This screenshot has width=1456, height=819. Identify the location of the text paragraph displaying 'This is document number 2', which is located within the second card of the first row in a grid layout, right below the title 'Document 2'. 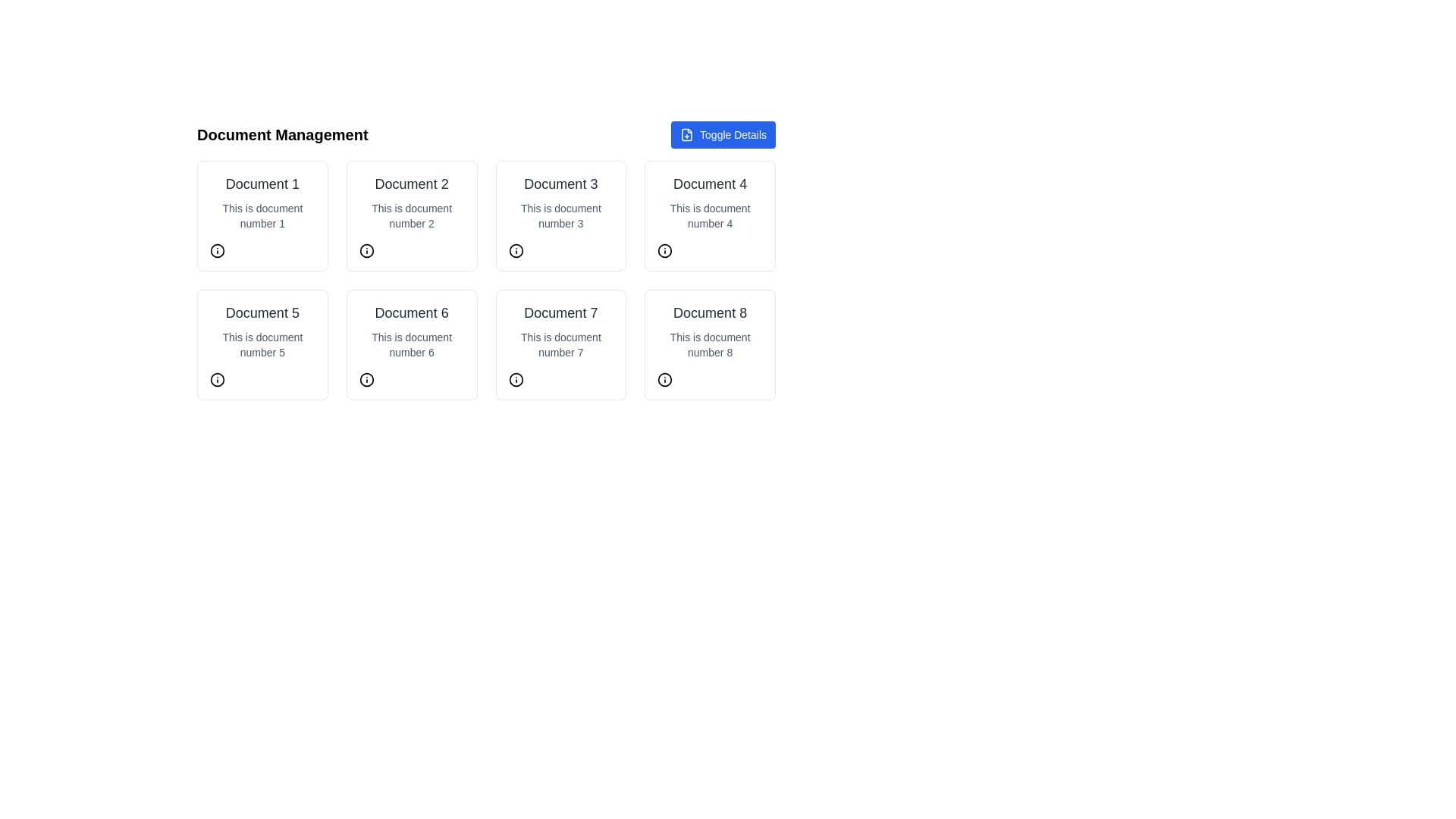
(412, 216).